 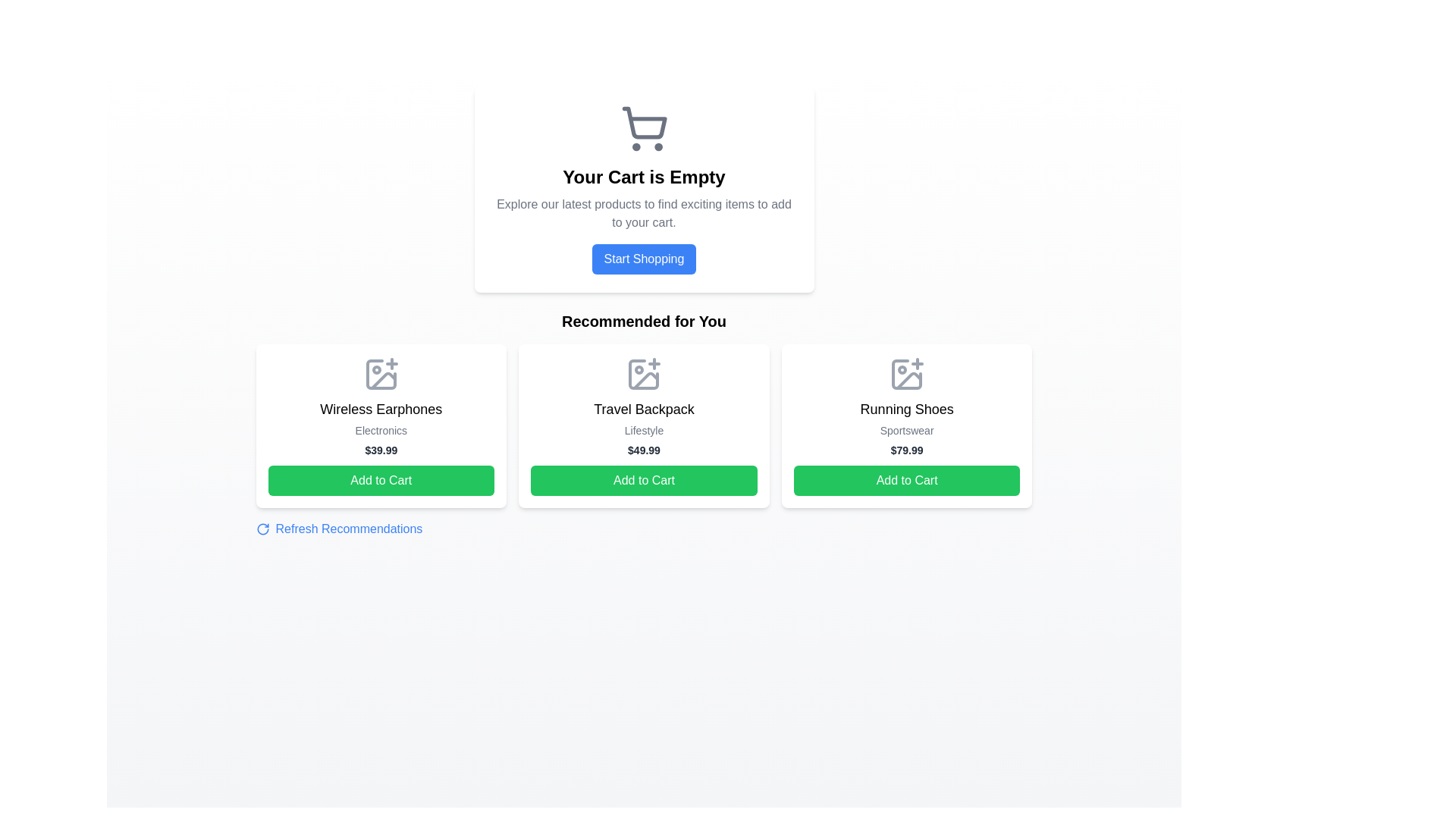 What do you see at coordinates (644, 480) in the screenshot?
I see `the 'Add Travel Backpack to Cart' button located in the 'Recommended for You' section to change its background color` at bounding box center [644, 480].